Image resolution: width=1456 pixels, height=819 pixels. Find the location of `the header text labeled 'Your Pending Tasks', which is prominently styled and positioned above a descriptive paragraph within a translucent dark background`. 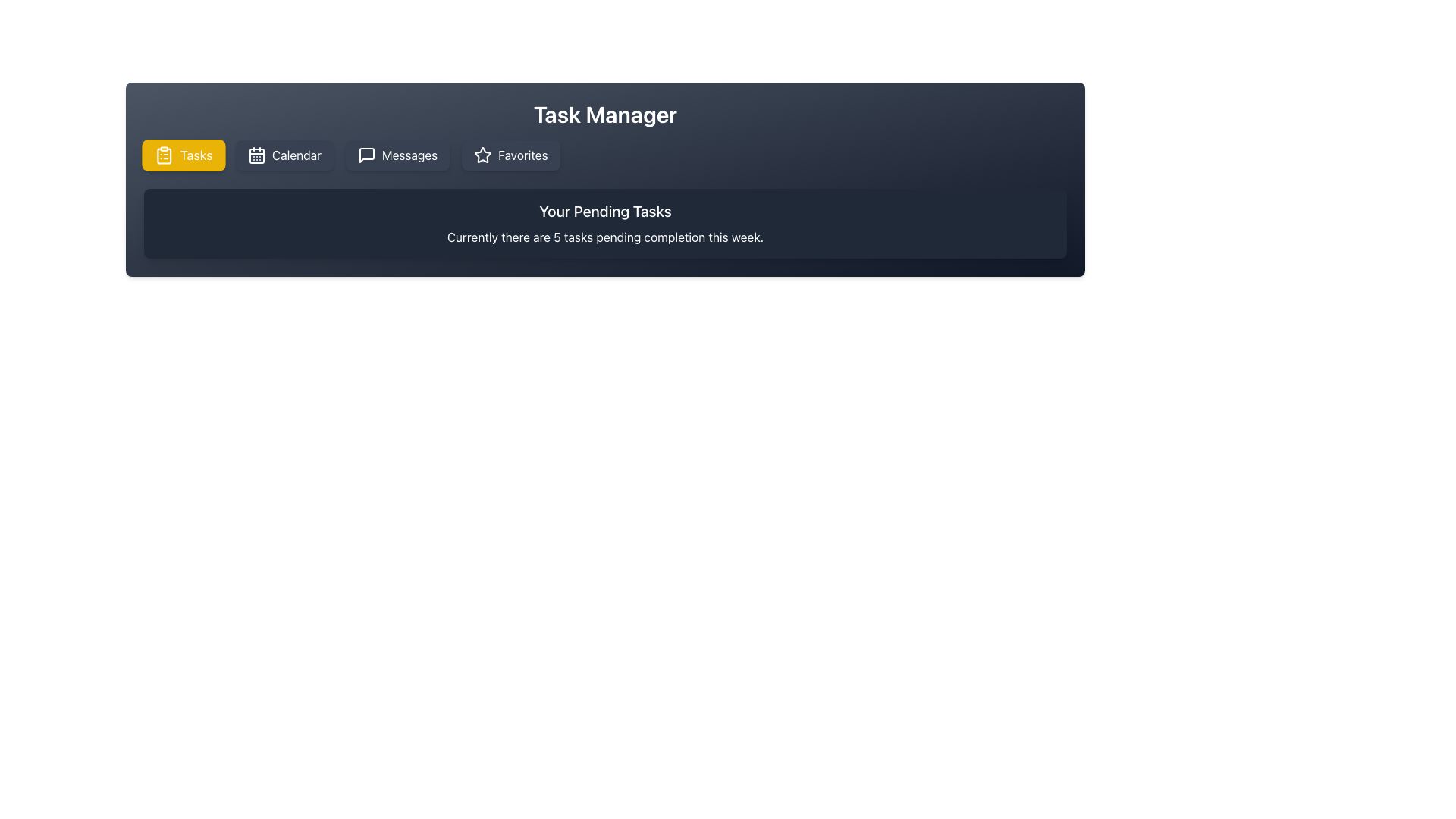

the header text labeled 'Your Pending Tasks', which is prominently styled and positioned above a descriptive paragraph within a translucent dark background is located at coordinates (604, 211).